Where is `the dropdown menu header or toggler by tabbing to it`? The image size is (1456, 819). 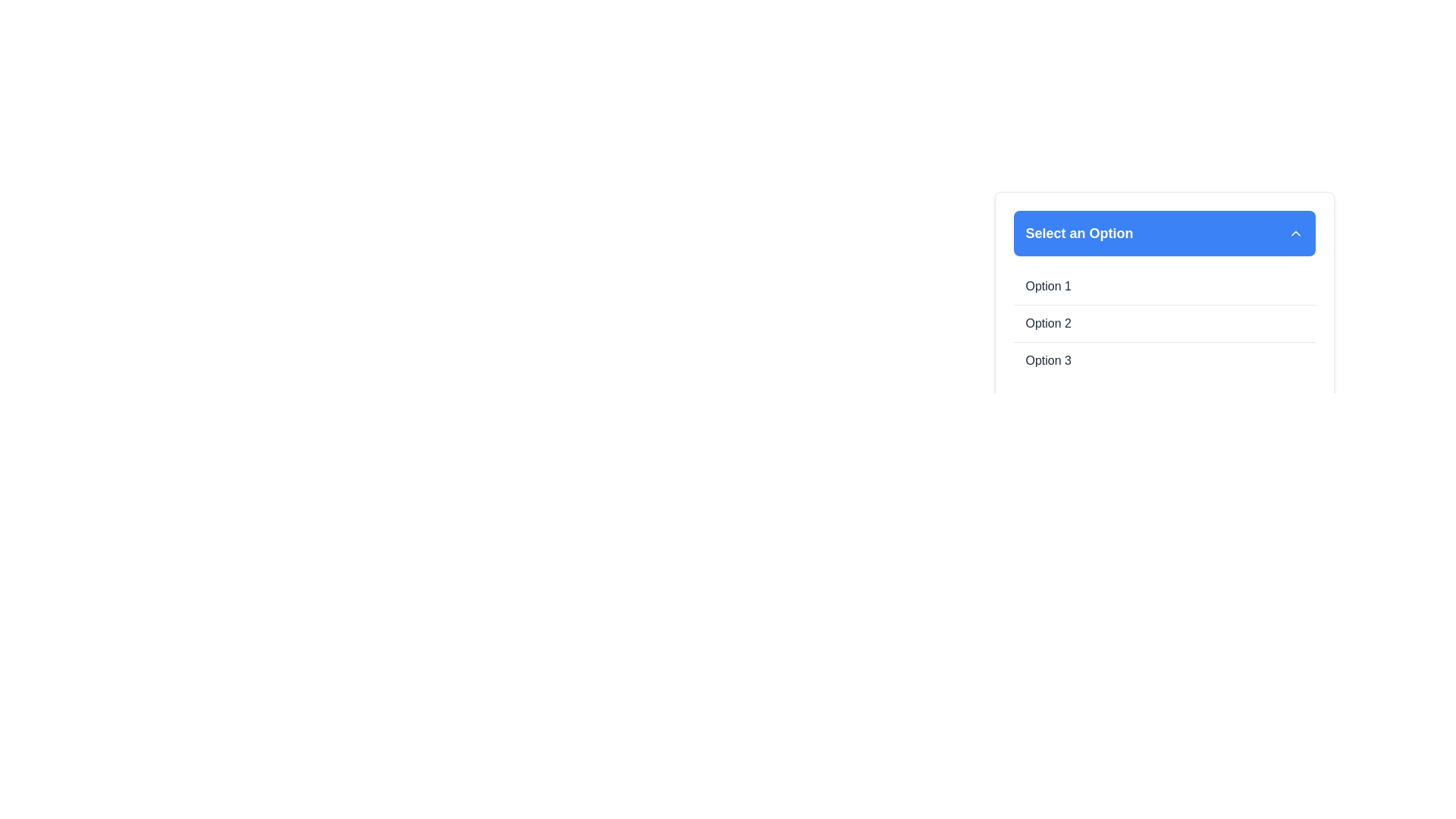
the dropdown menu header or toggler by tabbing to it is located at coordinates (1163, 234).